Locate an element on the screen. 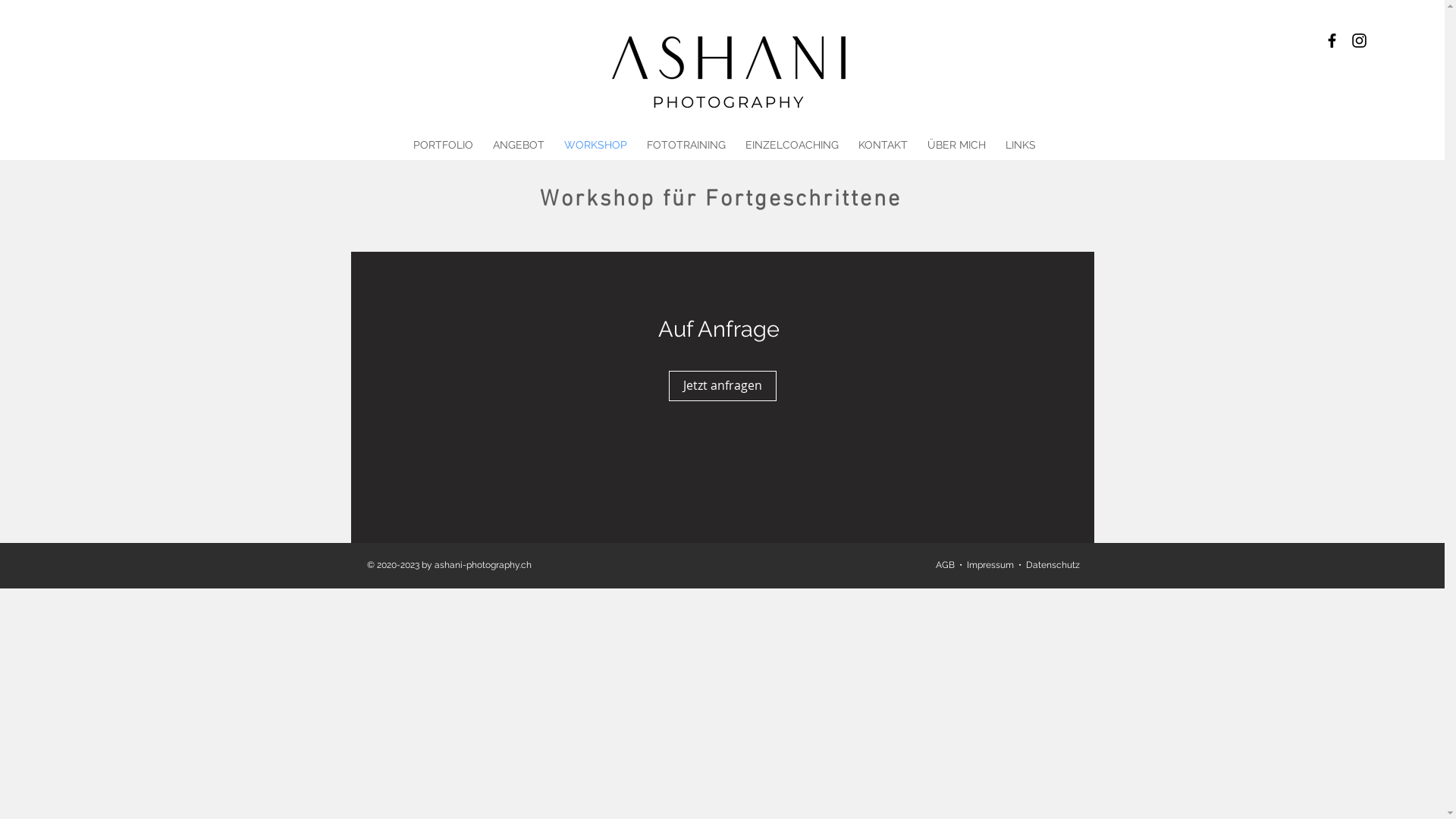  'LINKS' is located at coordinates (1019, 145).